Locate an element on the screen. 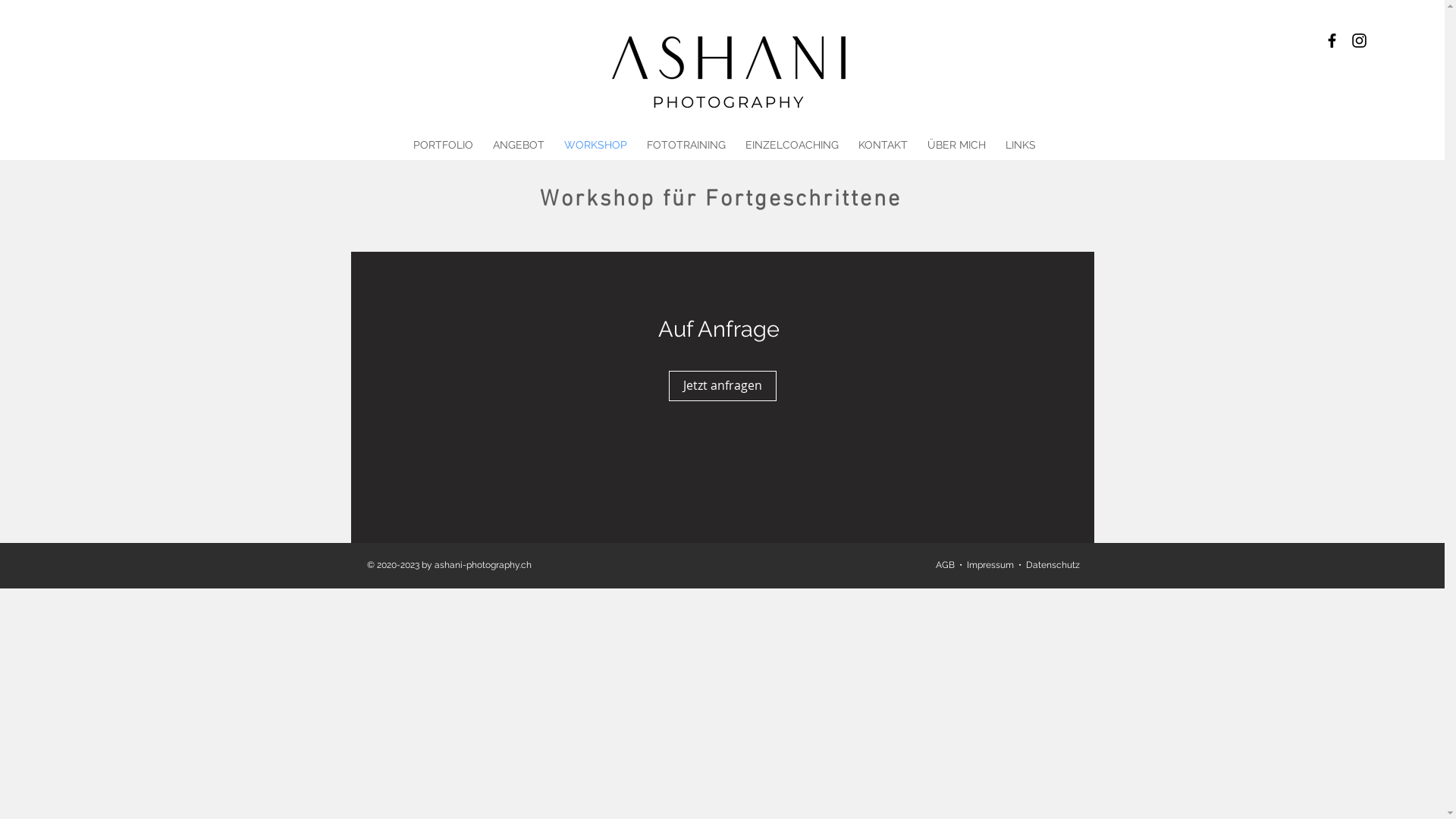  'LINKS' is located at coordinates (1019, 145).